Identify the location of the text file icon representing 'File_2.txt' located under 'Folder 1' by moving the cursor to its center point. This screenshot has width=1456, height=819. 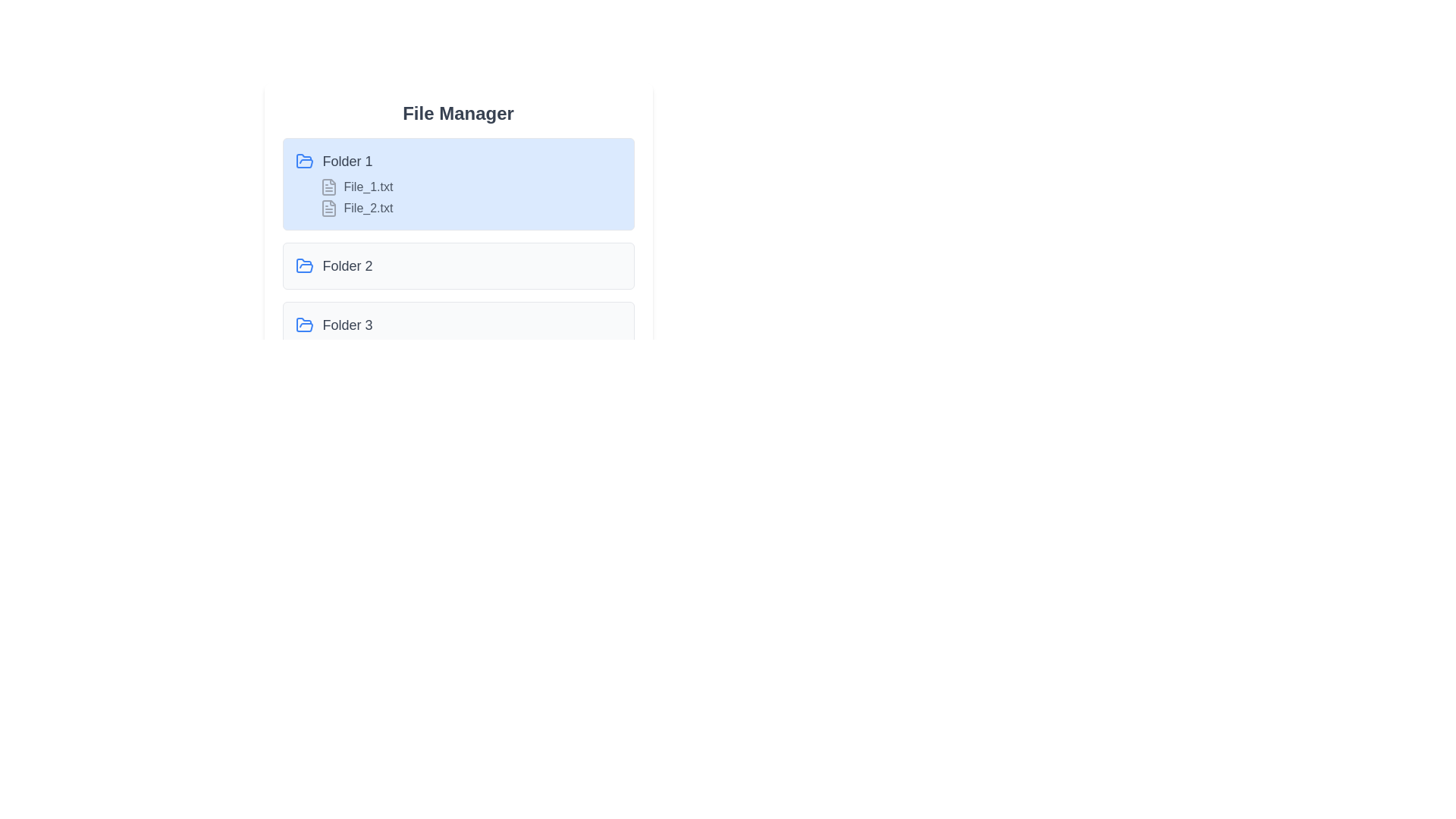
(328, 208).